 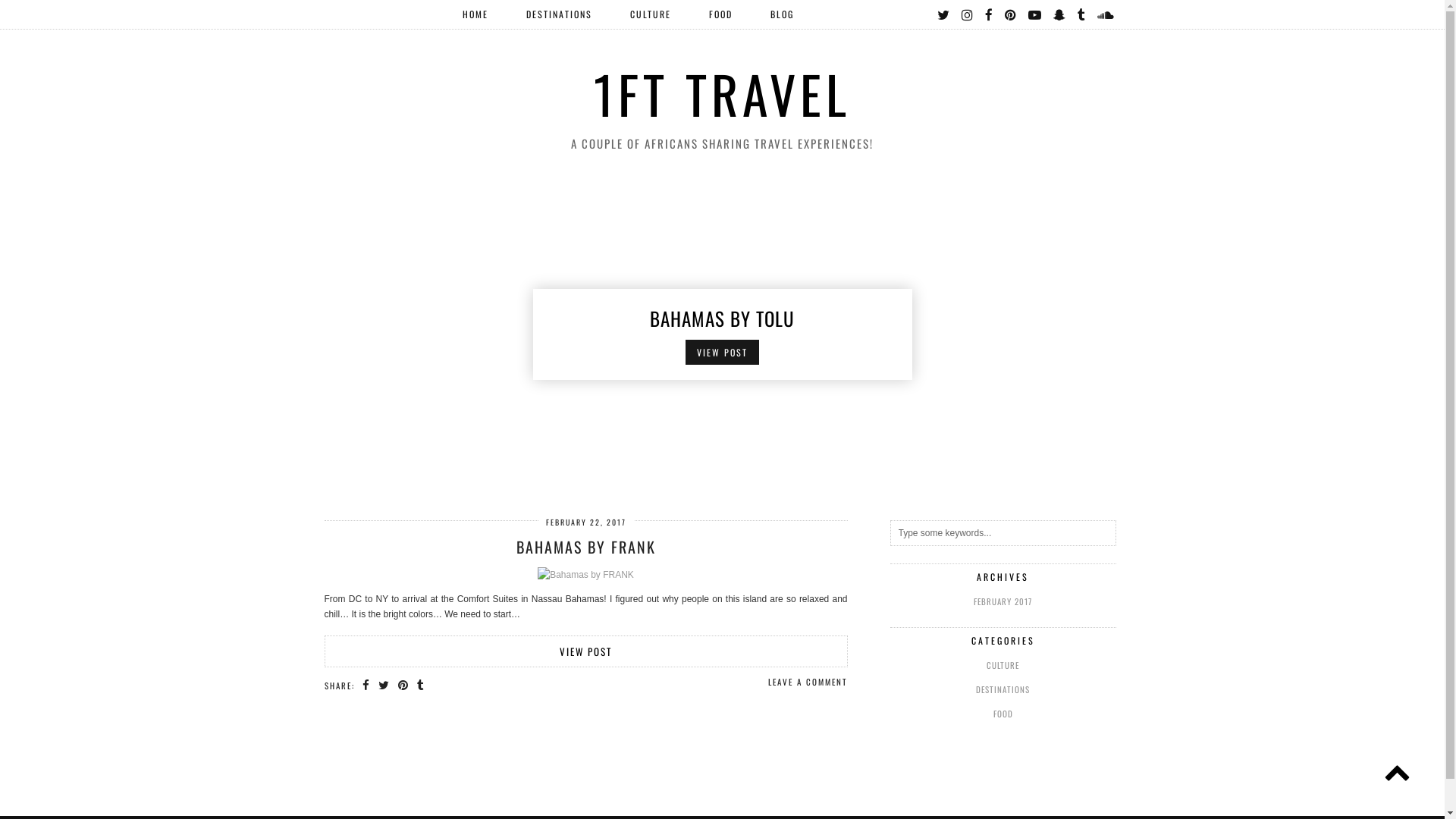 What do you see at coordinates (781, 14) in the screenshot?
I see `'BLOG'` at bounding box center [781, 14].